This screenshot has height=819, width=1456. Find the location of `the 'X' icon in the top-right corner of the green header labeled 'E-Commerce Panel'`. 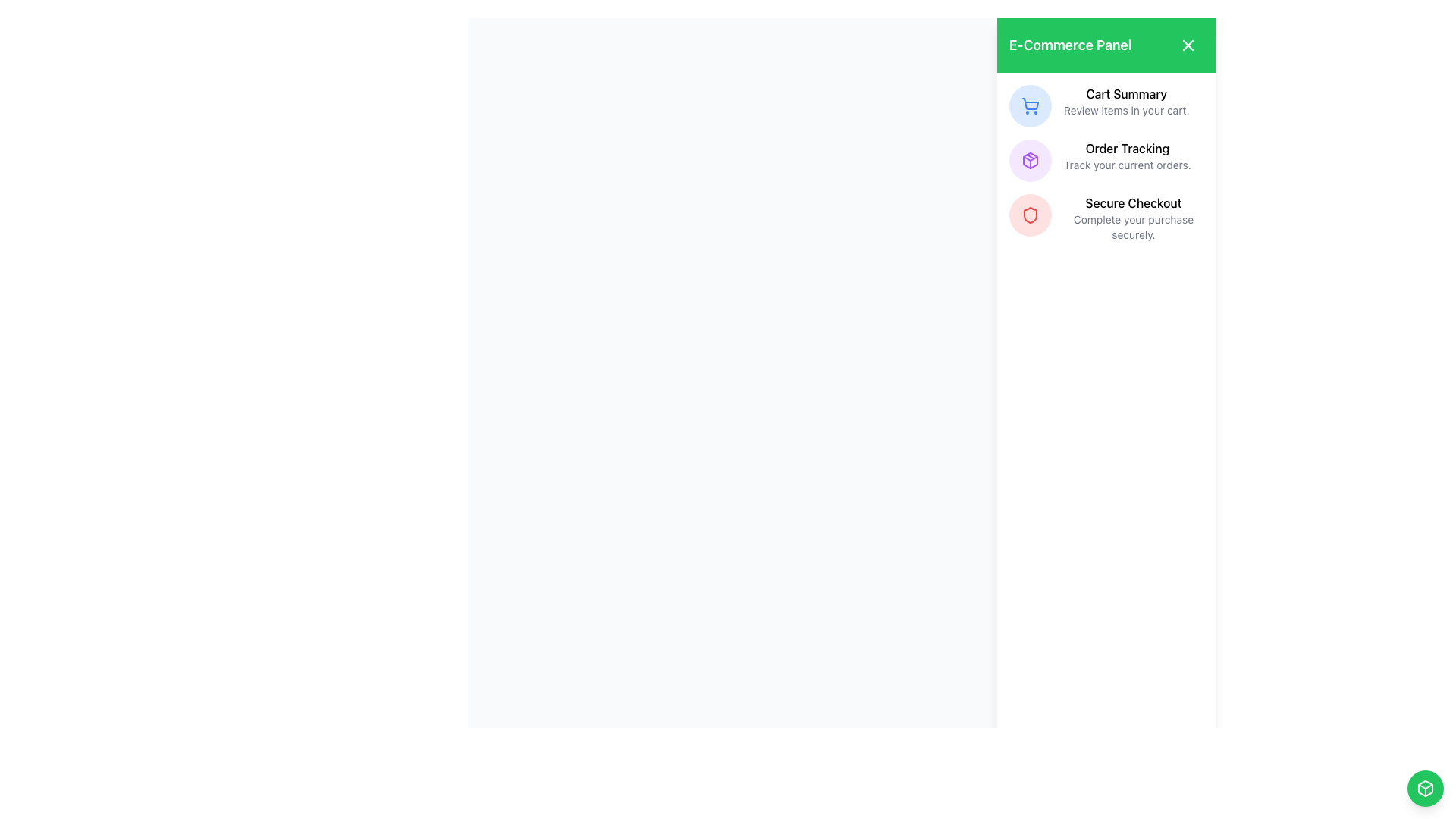

the 'X' icon in the top-right corner of the green header labeled 'E-Commerce Panel' is located at coordinates (1187, 45).